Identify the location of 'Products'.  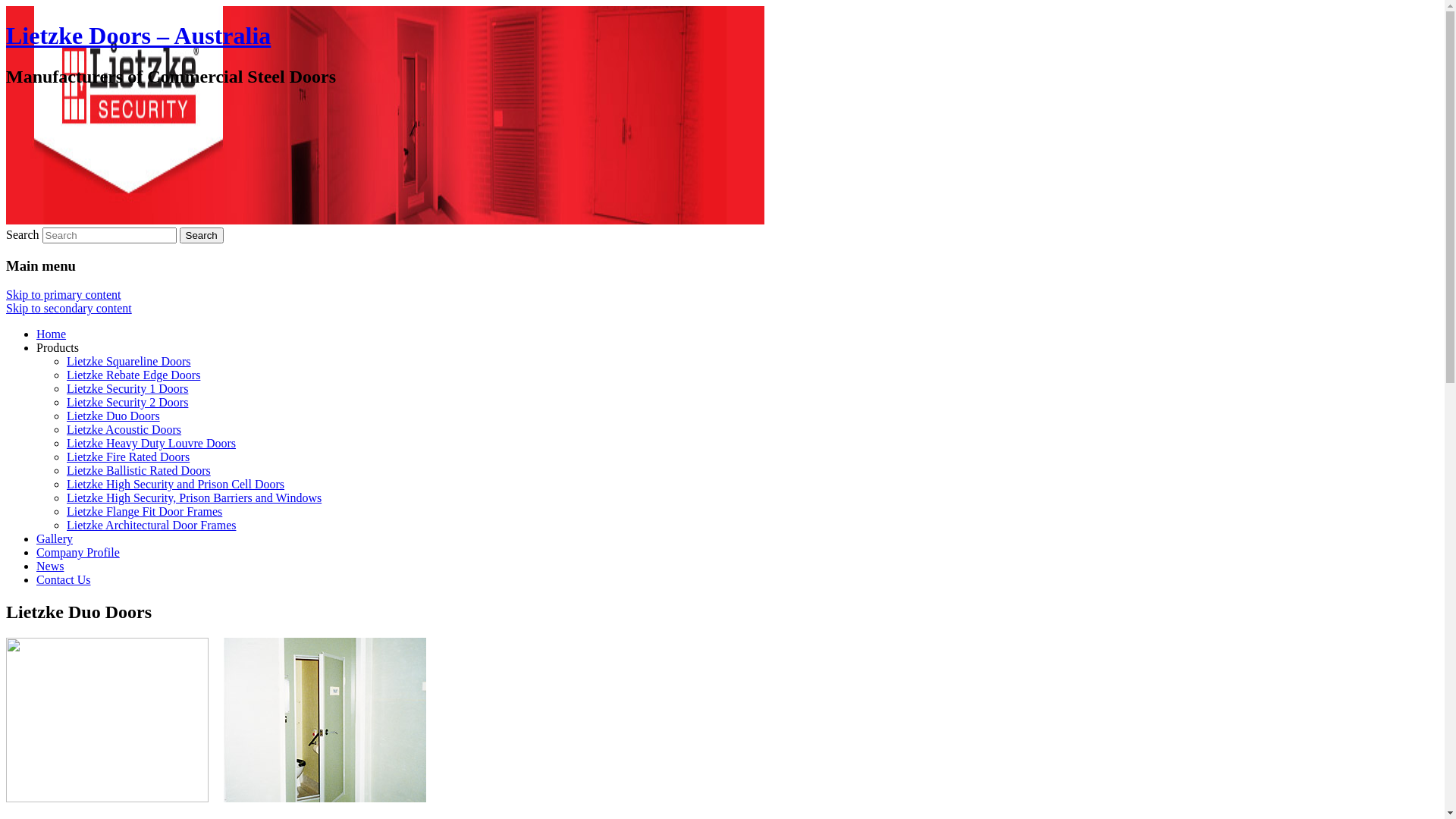
(58, 347).